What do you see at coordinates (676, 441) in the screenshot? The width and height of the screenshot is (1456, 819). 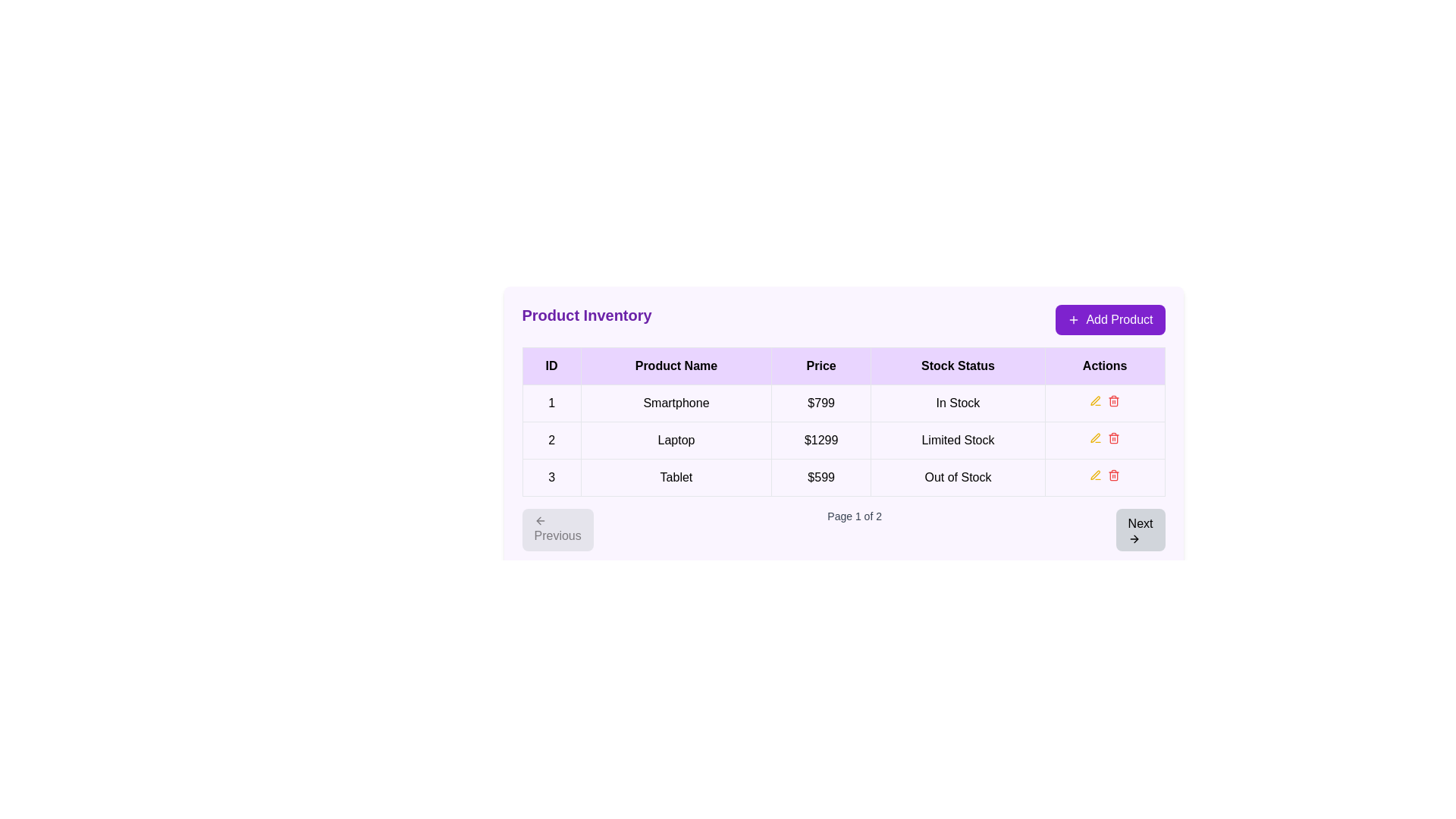 I see `the text label displaying 'Laptop' located in the second row under the 'Product Name' column of the 'Product Inventory' table` at bounding box center [676, 441].